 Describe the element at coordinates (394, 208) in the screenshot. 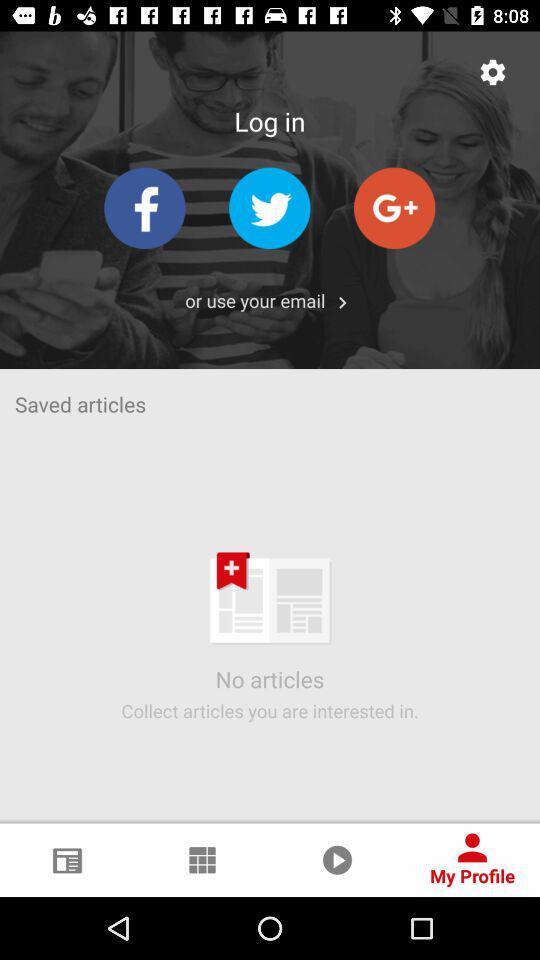

I see `choose g+` at that location.